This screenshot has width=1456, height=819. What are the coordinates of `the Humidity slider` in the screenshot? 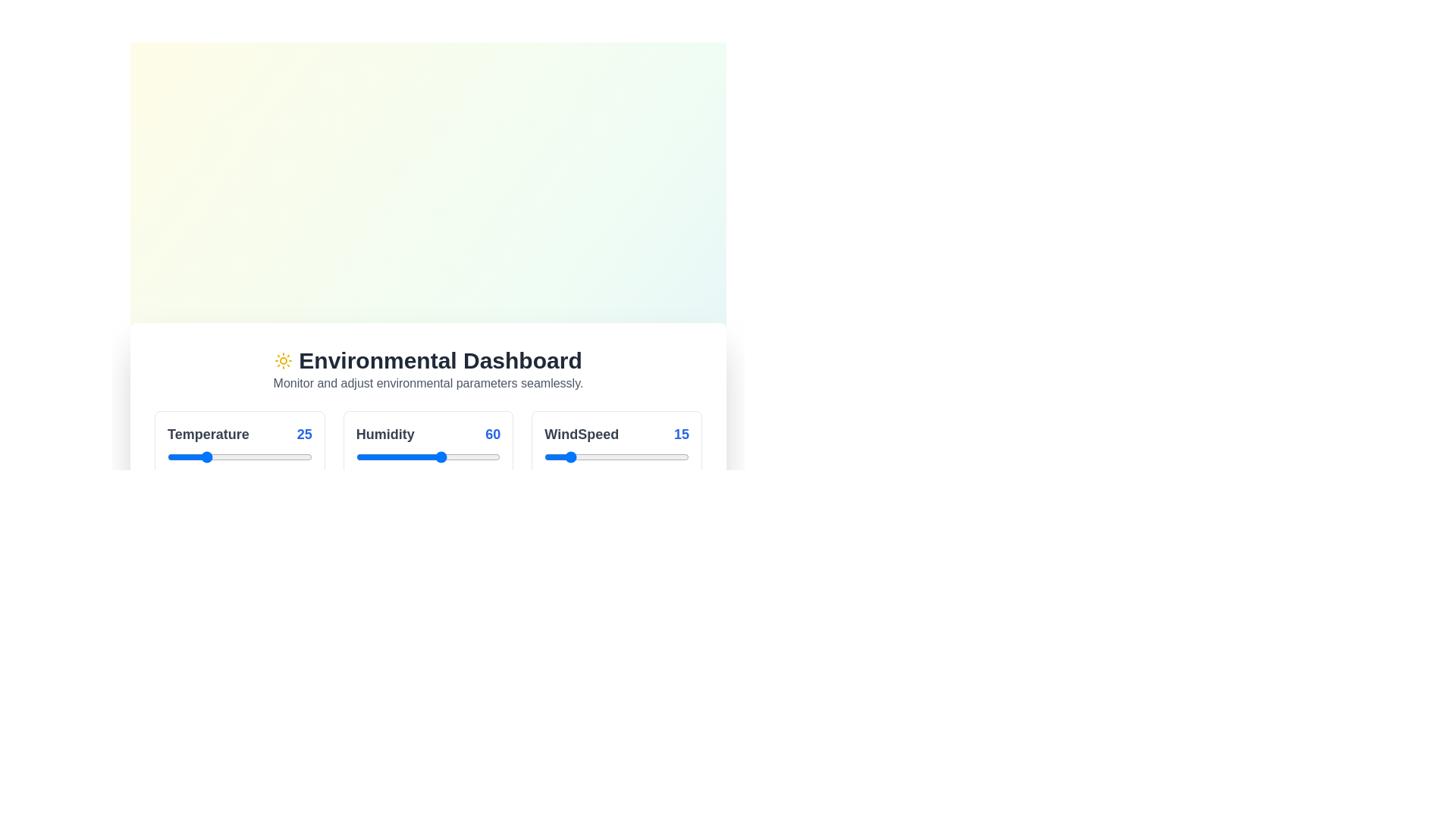 It's located at (362, 456).